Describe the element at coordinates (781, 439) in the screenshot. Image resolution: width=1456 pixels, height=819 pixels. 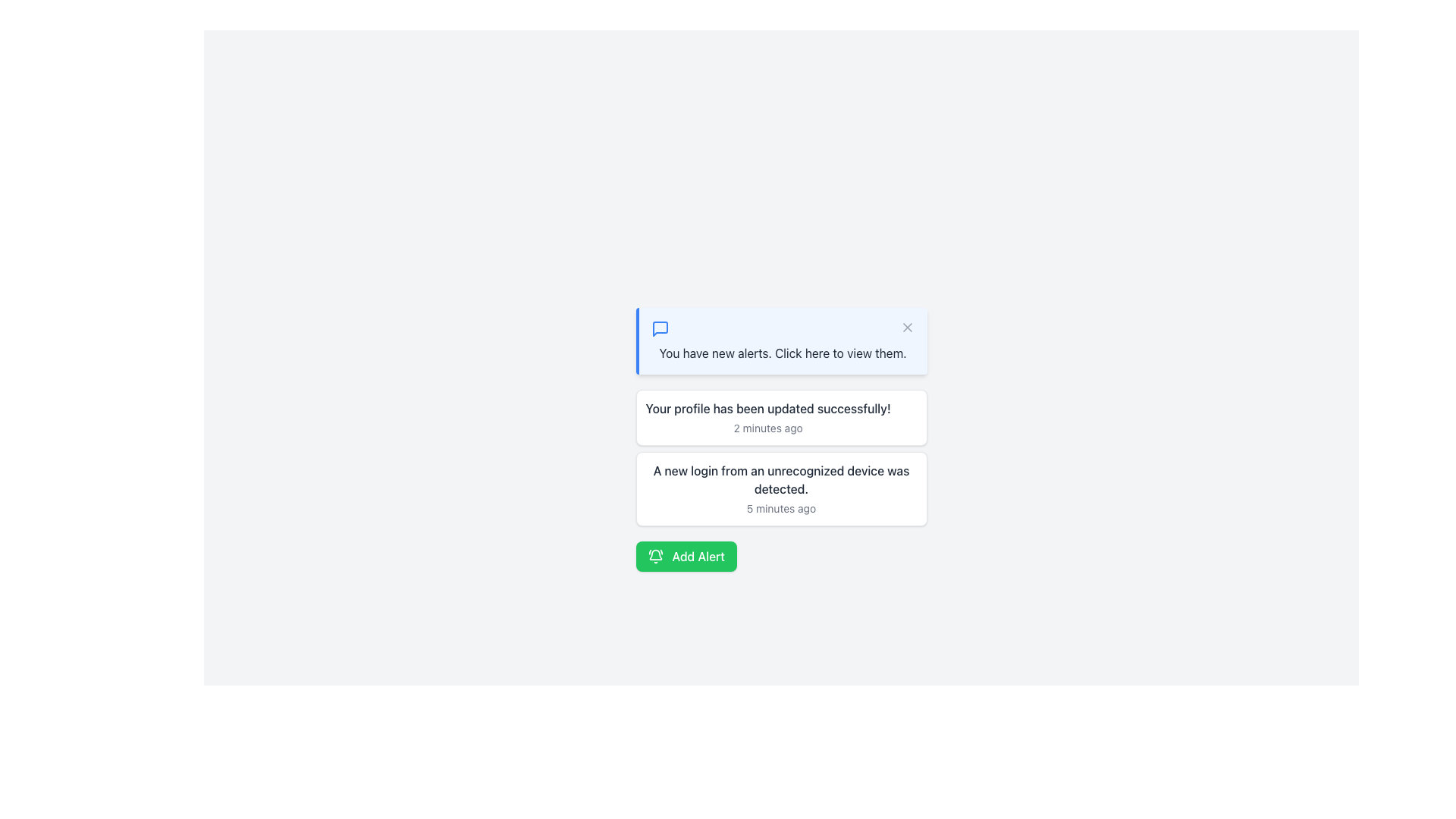
I see `a notification within the Notification Panel, which is a rectangular section with multiple text notifications and an action button at the bottom` at that location.